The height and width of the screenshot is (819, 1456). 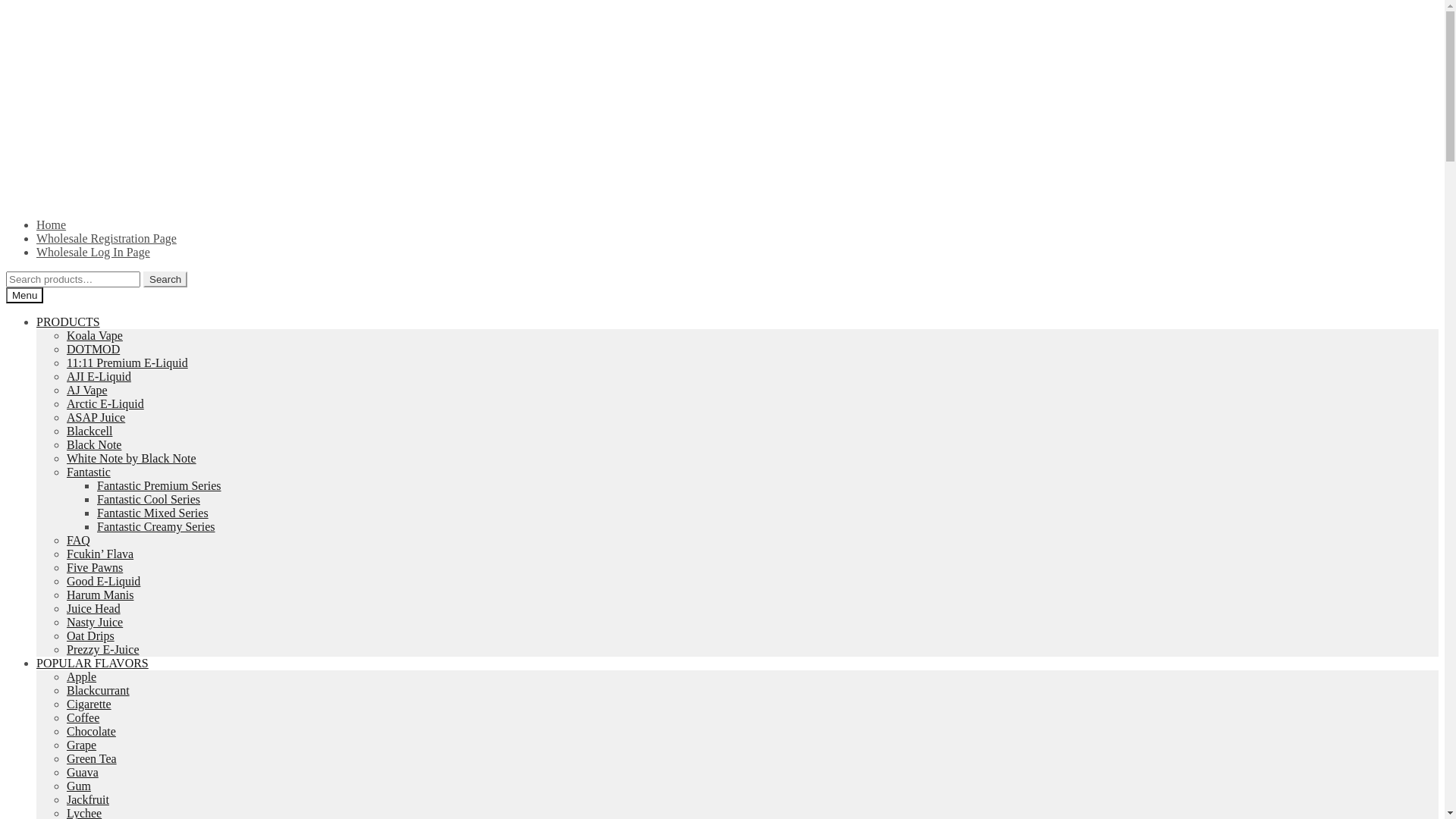 What do you see at coordinates (65, 471) in the screenshot?
I see `'Fantastic'` at bounding box center [65, 471].